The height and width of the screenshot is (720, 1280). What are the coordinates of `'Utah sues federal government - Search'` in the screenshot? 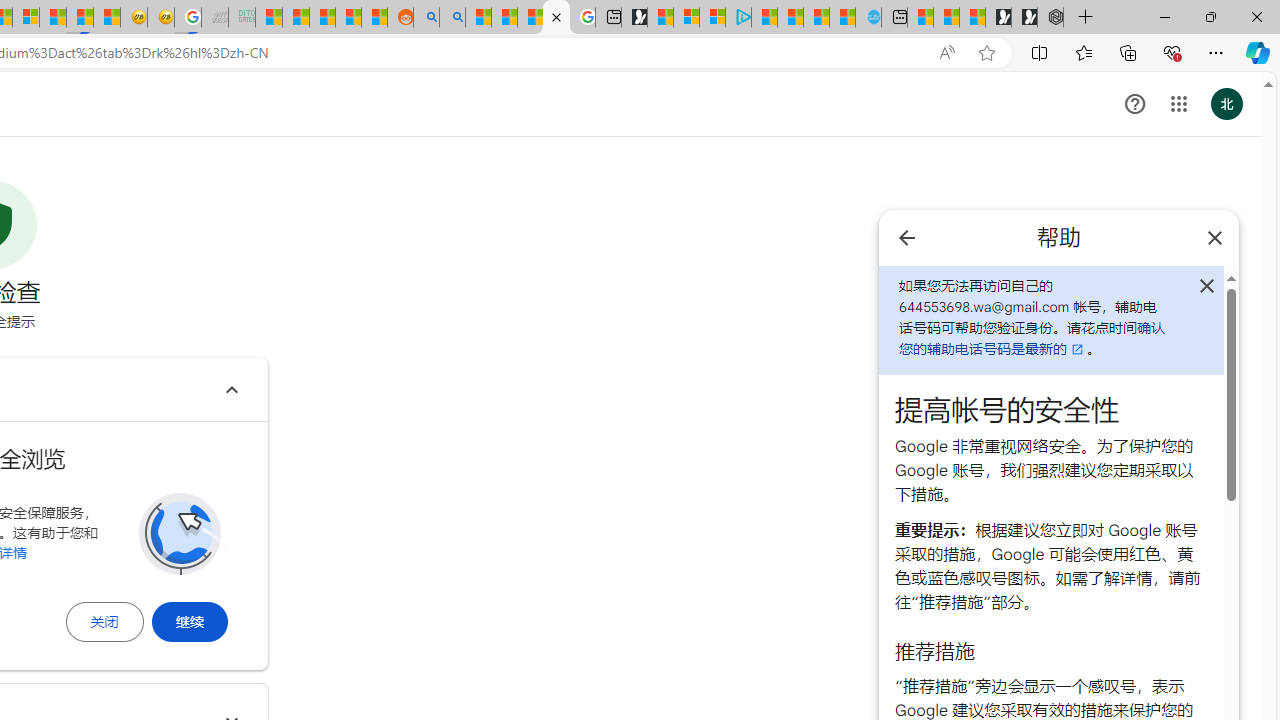 It's located at (451, 17).